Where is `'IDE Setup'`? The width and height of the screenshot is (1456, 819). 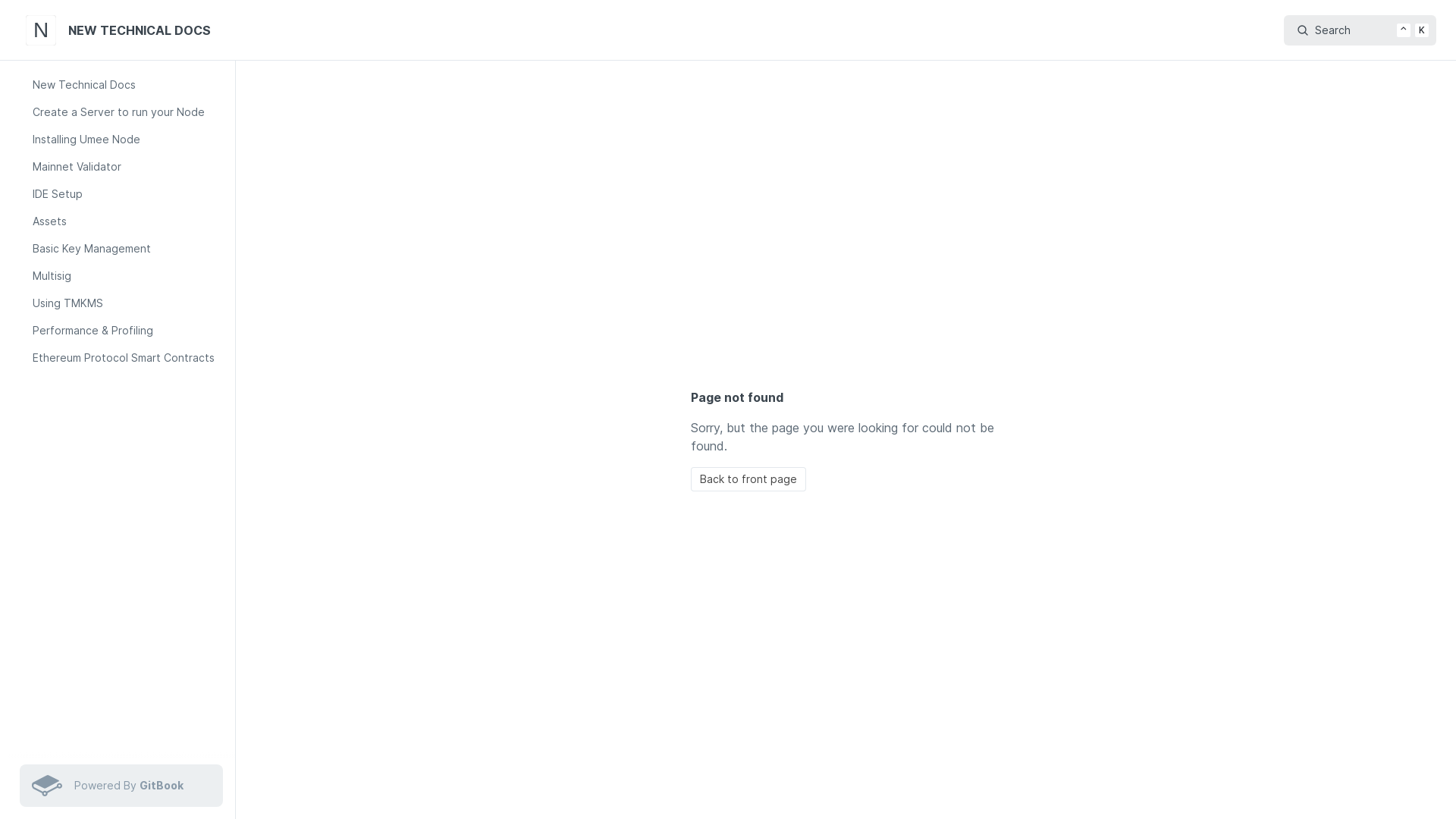
'IDE Setup' is located at coordinates (25, 193).